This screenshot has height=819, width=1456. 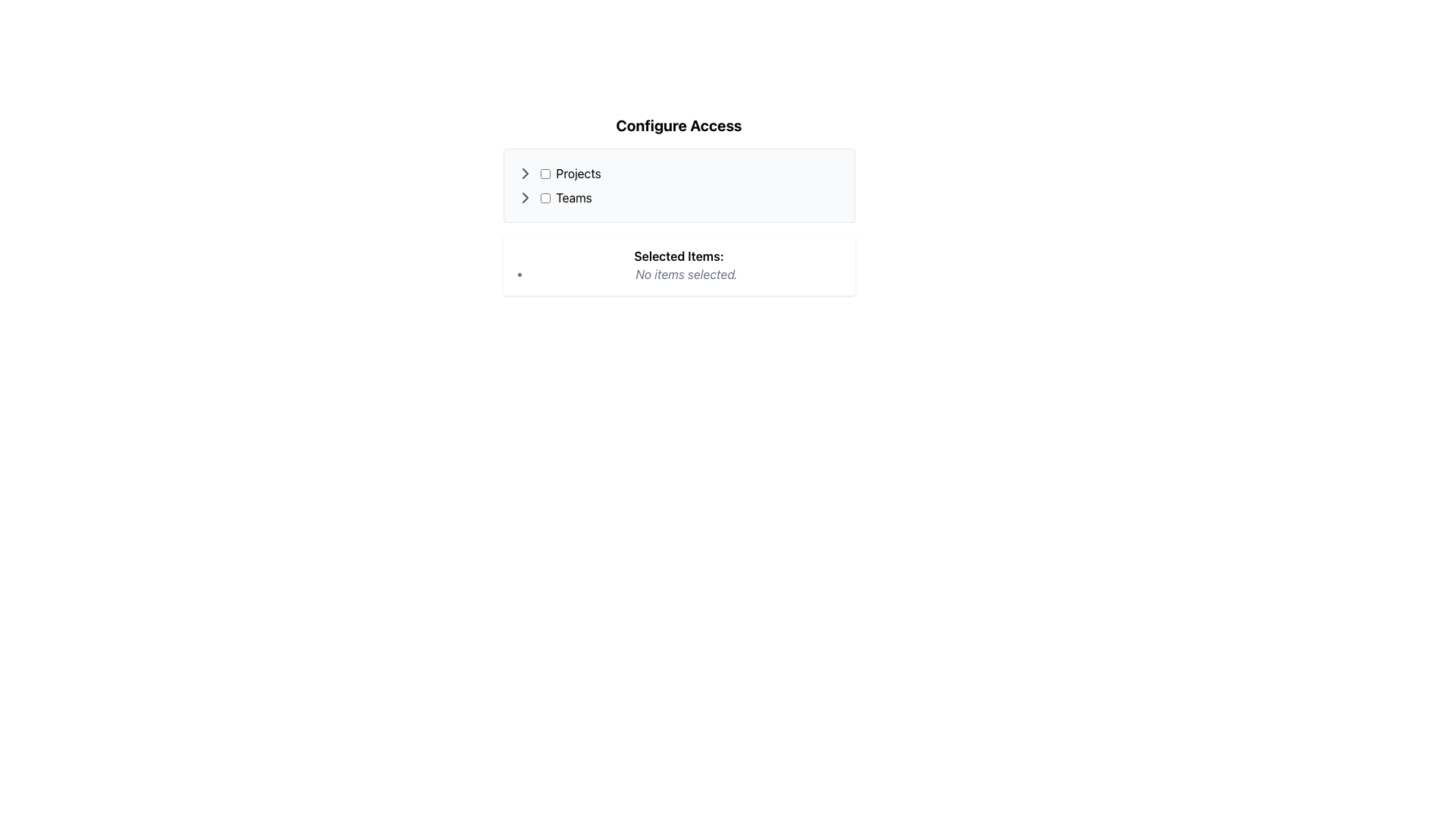 What do you see at coordinates (525, 197) in the screenshot?
I see `the right-pointing chevron icon located to the left of the 'Teams' label in the 'Configure Access' section` at bounding box center [525, 197].